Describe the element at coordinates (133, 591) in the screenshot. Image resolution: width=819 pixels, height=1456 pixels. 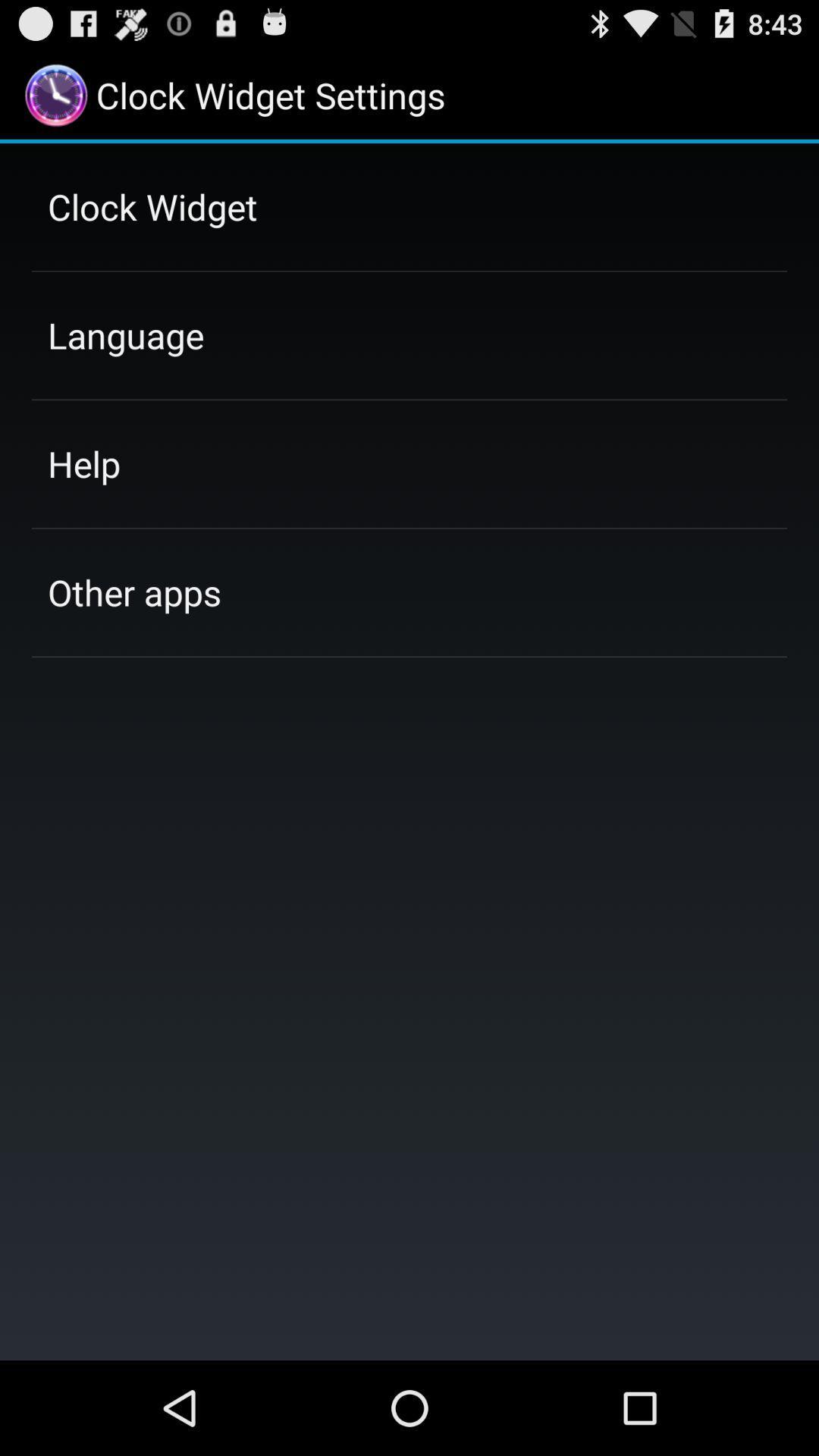
I see `item below help item` at that location.